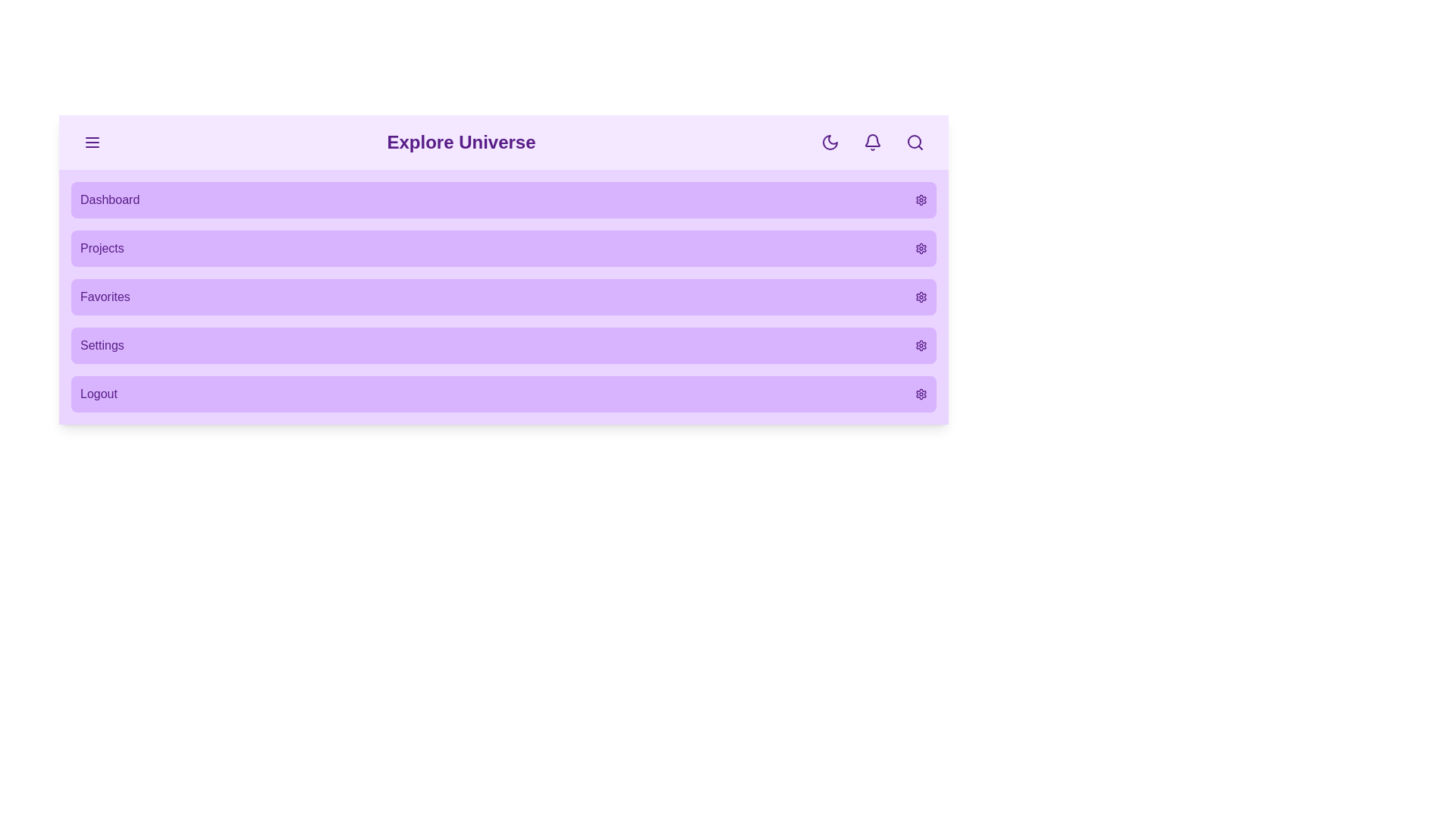  I want to click on the menu toggle button to change the menu's visibility state, so click(91, 143).